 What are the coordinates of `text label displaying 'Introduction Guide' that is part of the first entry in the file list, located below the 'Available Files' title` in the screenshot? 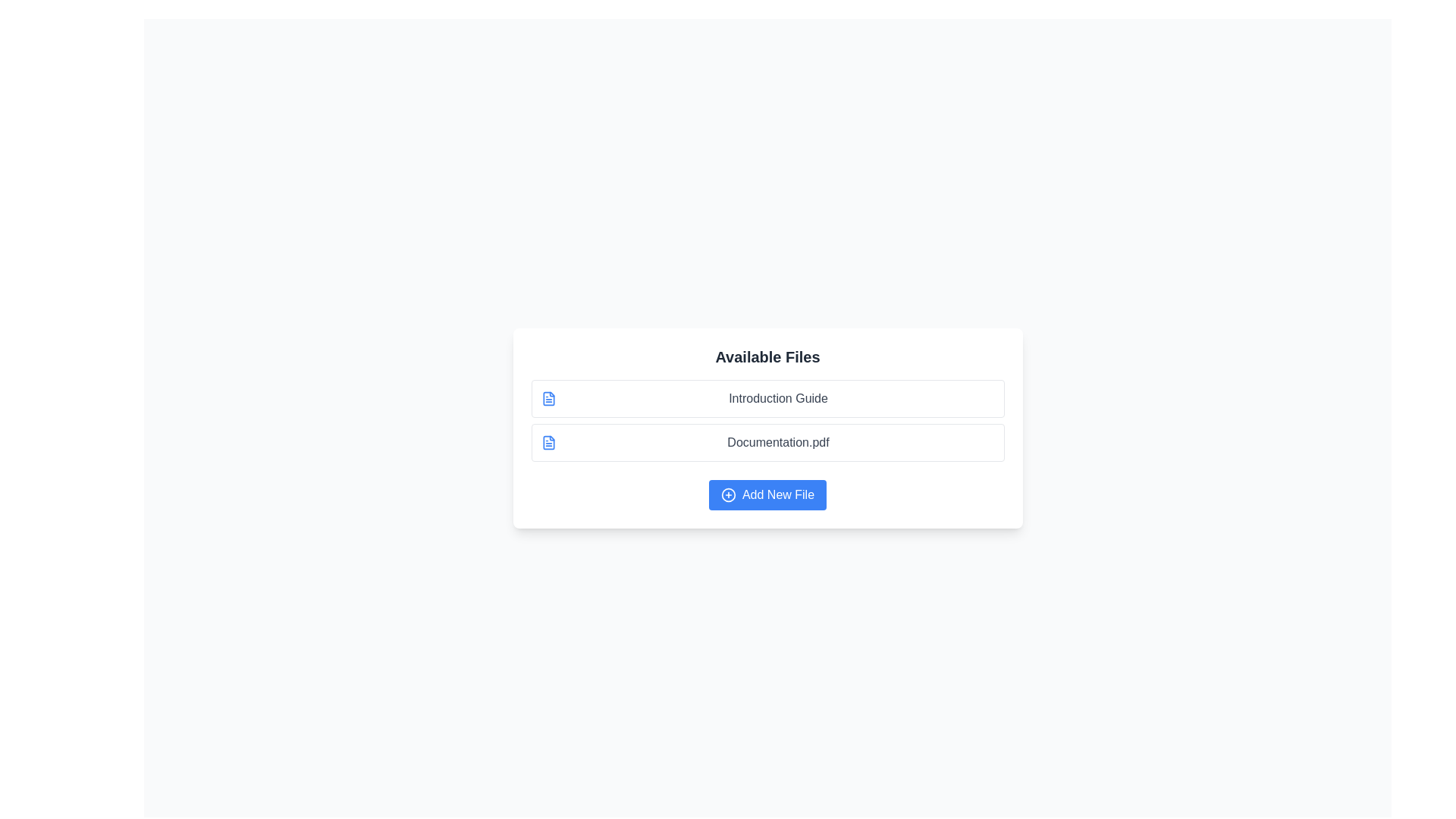 It's located at (778, 397).